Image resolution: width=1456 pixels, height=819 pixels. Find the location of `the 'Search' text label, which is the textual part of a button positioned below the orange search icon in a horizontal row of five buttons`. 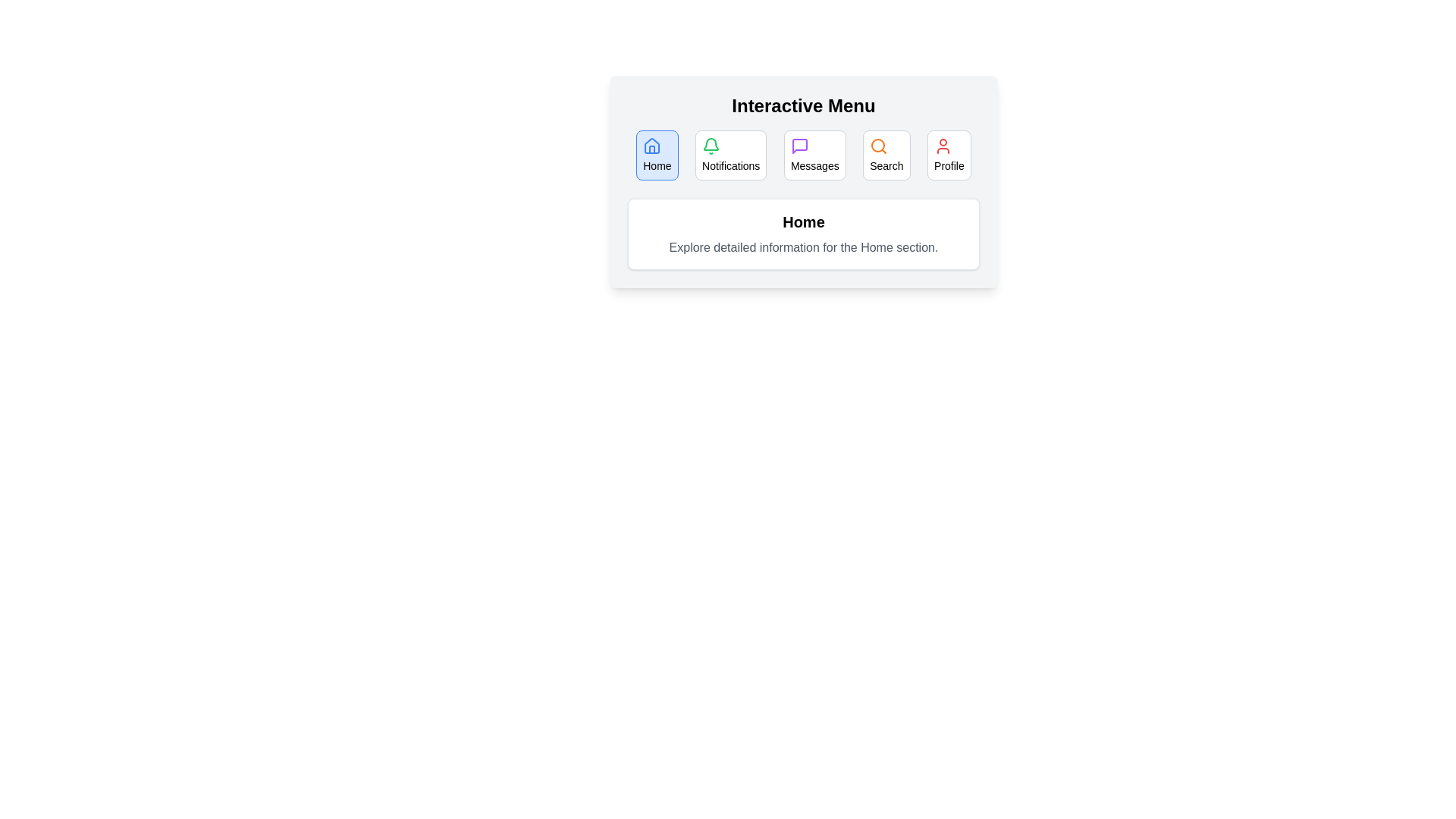

the 'Search' text label, which is the textual part of a button positioned below the orange search icon in a horizontal row of five buttons is located at coordinates (886, 166).